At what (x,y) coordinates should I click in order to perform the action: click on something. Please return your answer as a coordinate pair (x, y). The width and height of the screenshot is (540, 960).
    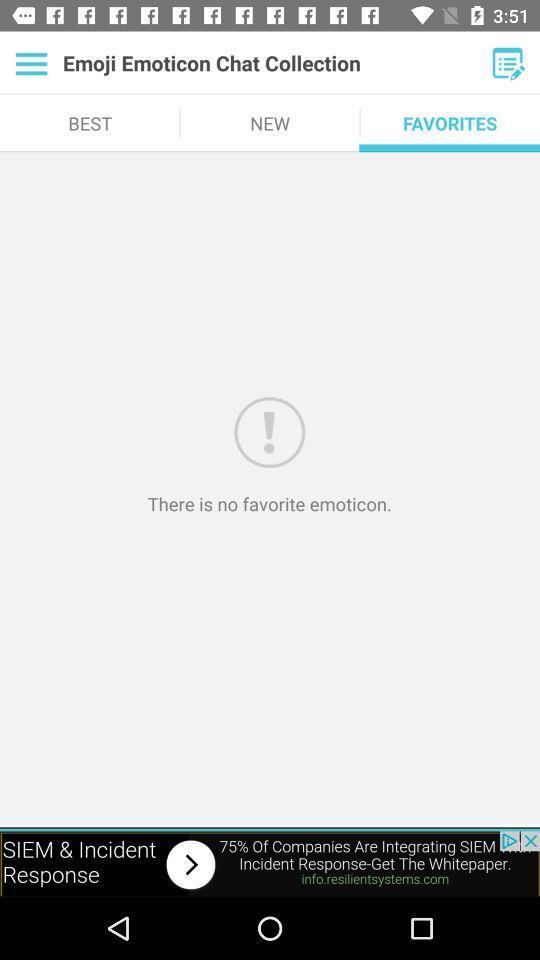
    Looking at the image, I should click on (508, 63).